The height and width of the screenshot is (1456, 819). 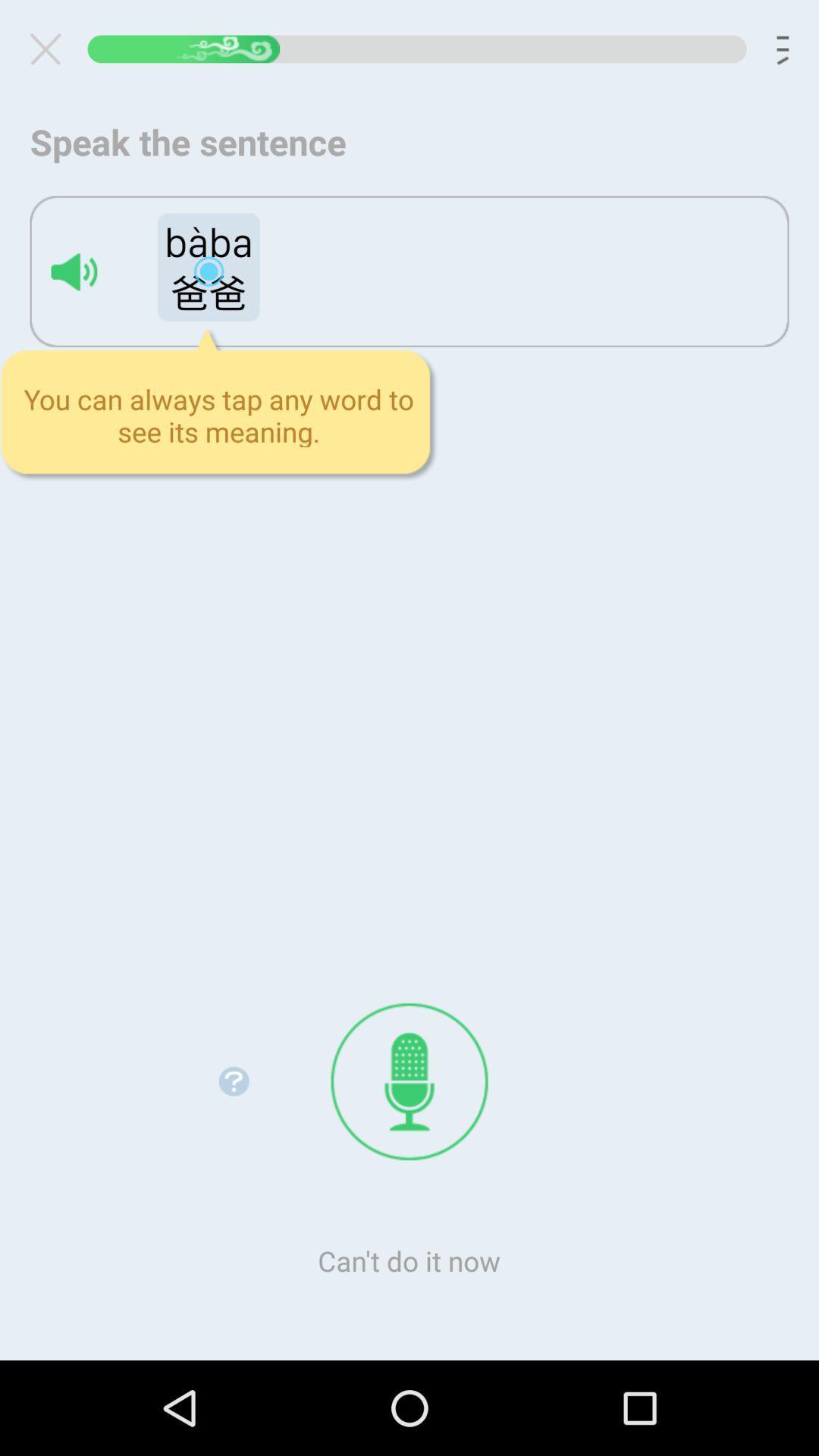 I want to click on the page, so click(x=51, y=49).